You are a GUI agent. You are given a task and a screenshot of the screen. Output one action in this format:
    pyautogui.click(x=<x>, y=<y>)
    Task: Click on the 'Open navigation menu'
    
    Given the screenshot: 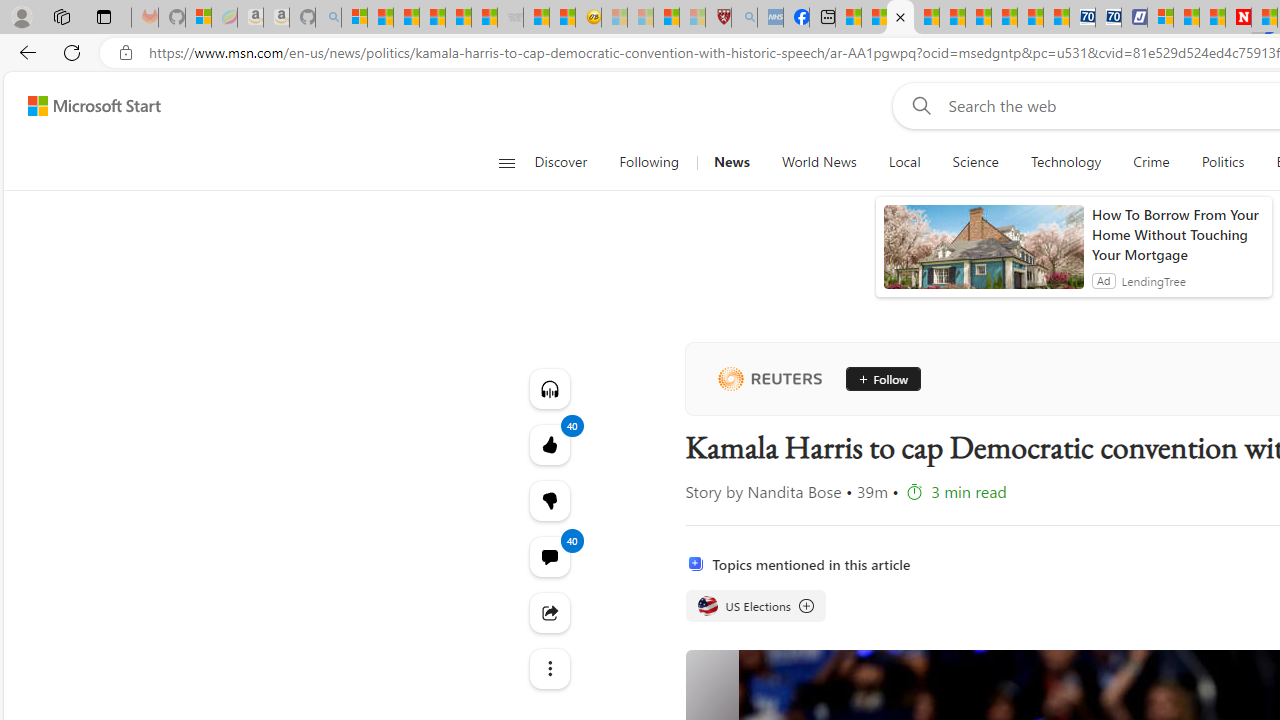 What is the action you would take?
    pyautogui.click(x=506, y=162)
    